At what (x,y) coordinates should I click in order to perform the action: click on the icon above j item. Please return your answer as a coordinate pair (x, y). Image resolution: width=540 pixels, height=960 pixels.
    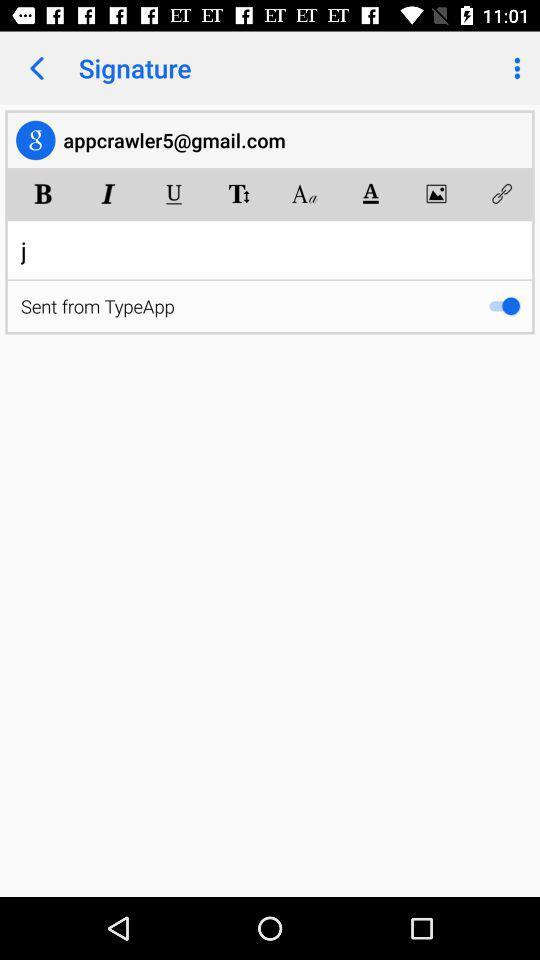
    Looking at the image, I should click on (108, 193).